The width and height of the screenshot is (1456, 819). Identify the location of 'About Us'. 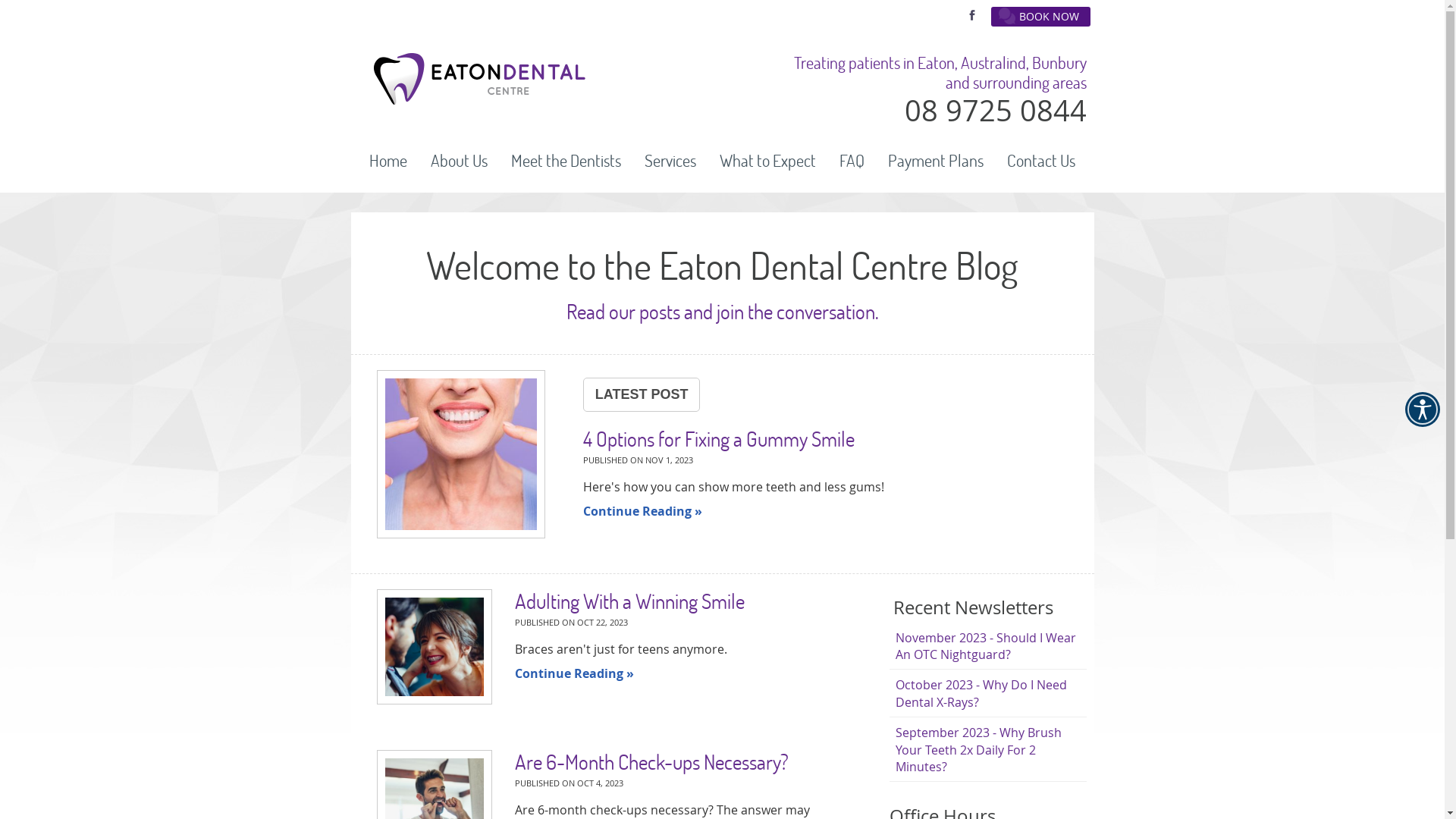
(458, 161).